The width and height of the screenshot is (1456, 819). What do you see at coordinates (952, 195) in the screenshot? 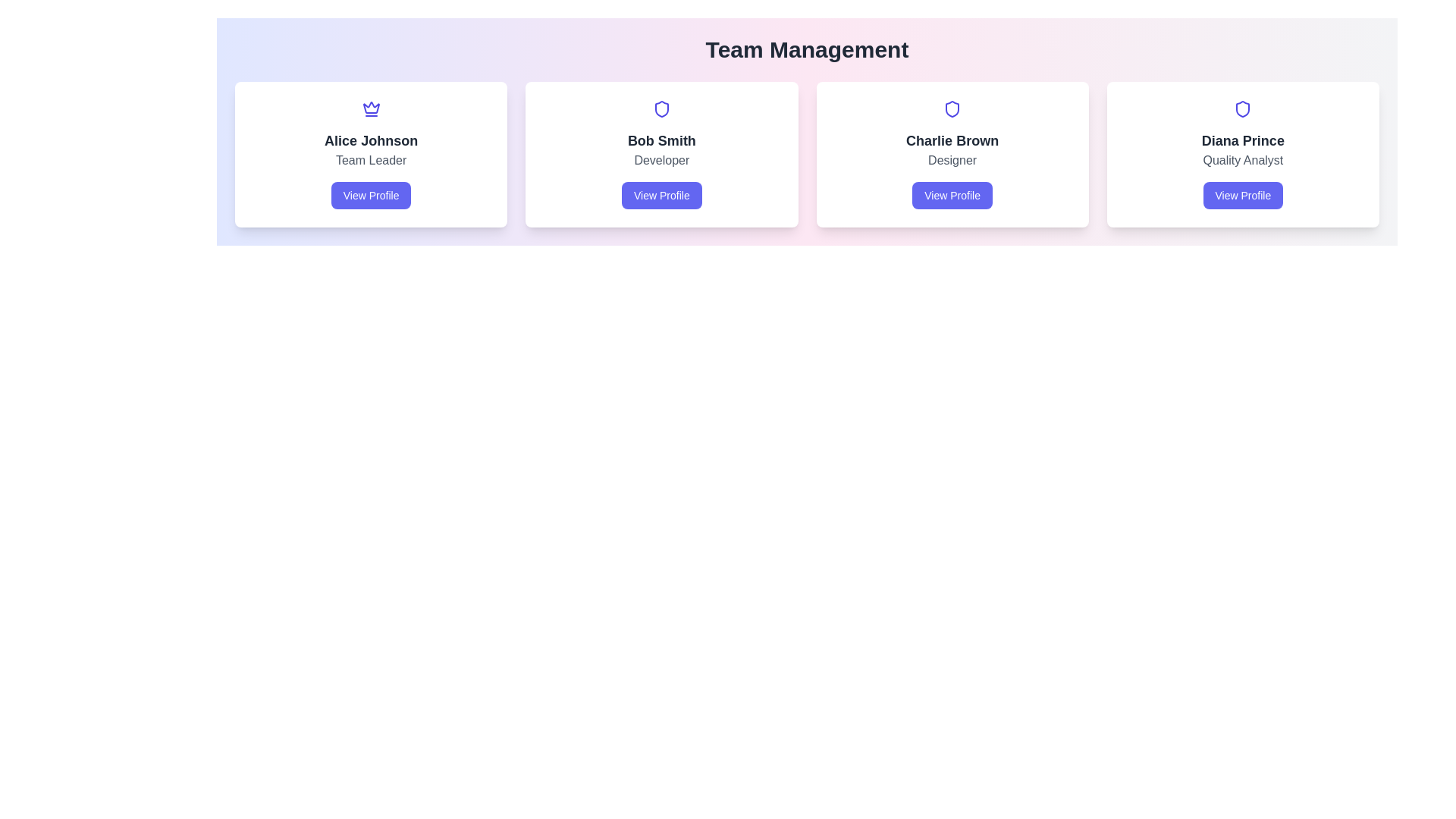
I see `the 'View Profile' button with a purple background and white text, located at the bottom of Charlie Brown's card` at bounding box center [952, 195].